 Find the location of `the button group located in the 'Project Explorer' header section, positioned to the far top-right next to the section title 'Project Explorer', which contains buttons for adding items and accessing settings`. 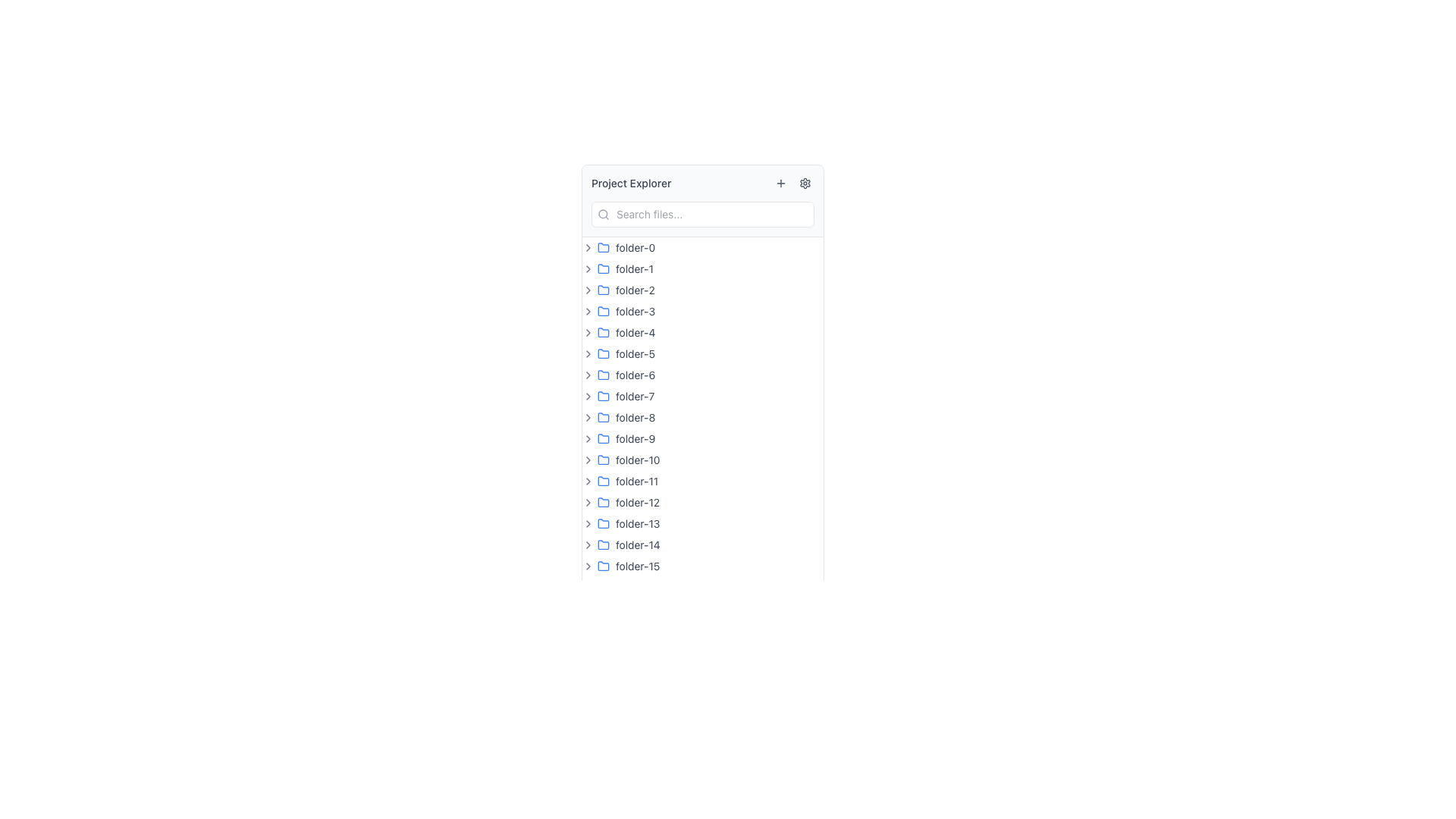

the button group located in the 'Project Explorer' header section, positioned to the far top-right next to the section title 'Project Explorer', which contains buttons for adding items and accessing settings is located at coordinates (792, 183).